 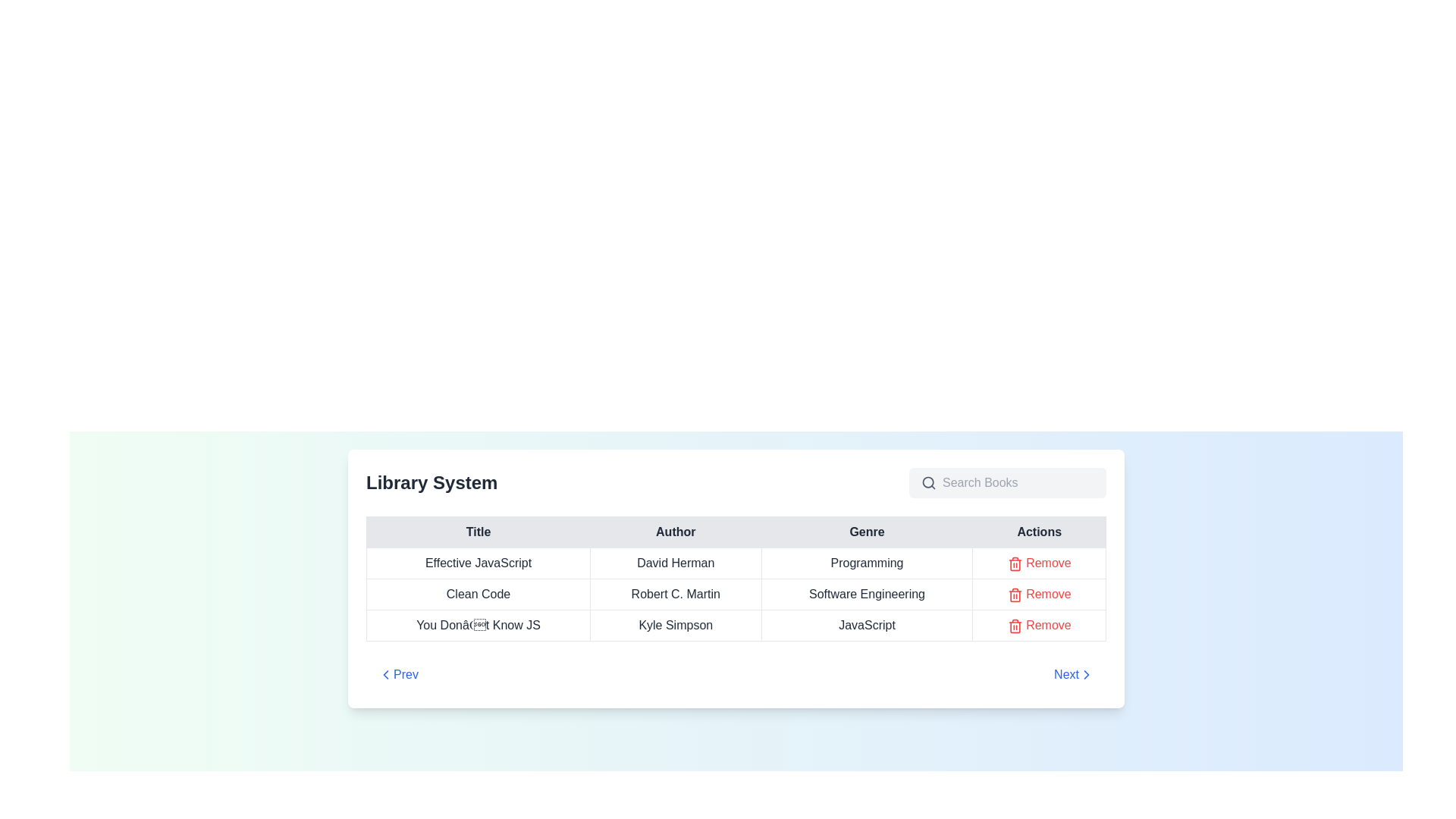 I want to click on the 'Remove' button styled in red, located in the rightmost column of the table, specifically in the third row aligned with the JavaScript genre and Kyle Simpson's entry, so click(x=1038, y=626).